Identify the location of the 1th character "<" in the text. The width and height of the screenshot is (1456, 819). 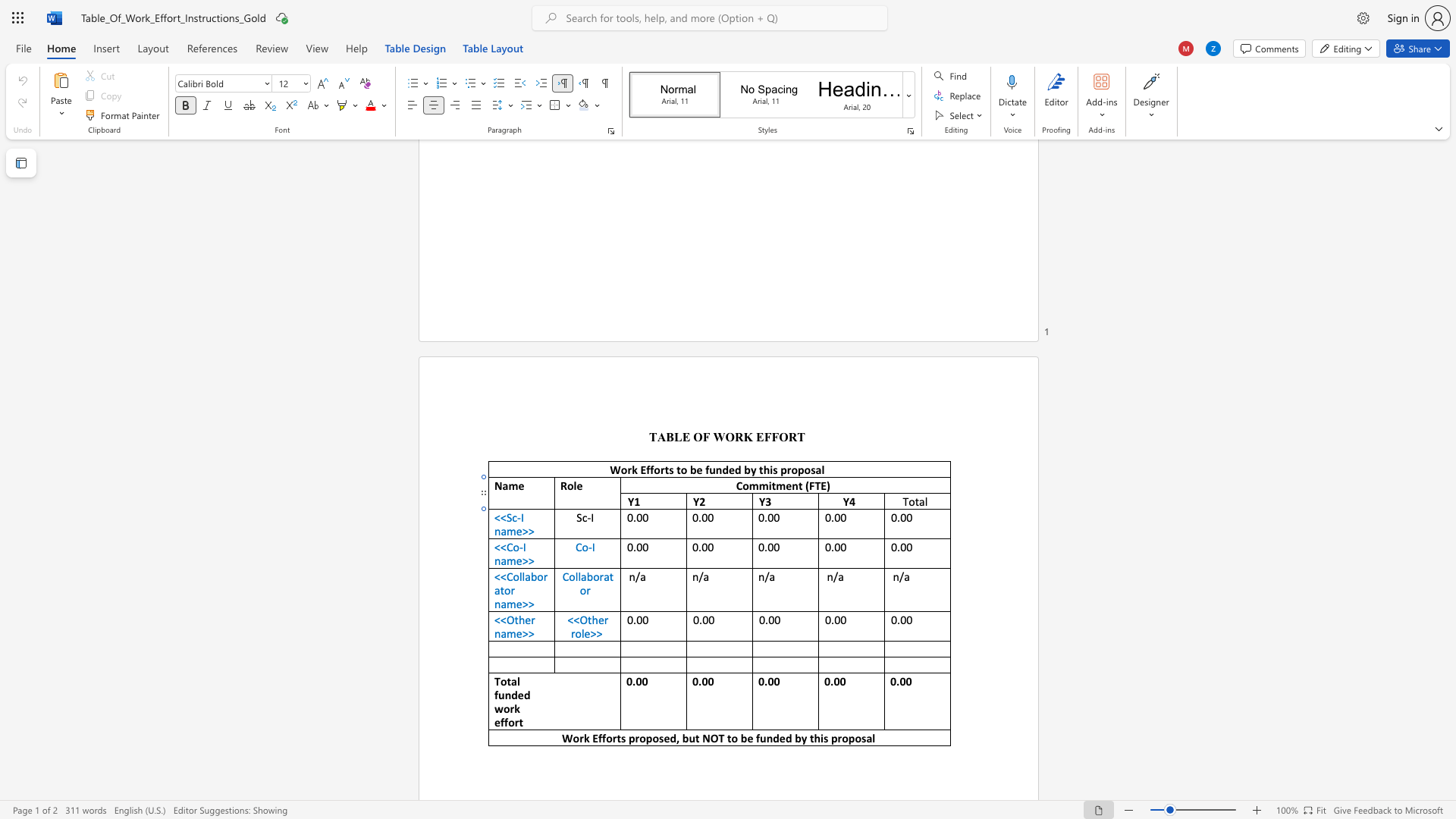
(497, 516).